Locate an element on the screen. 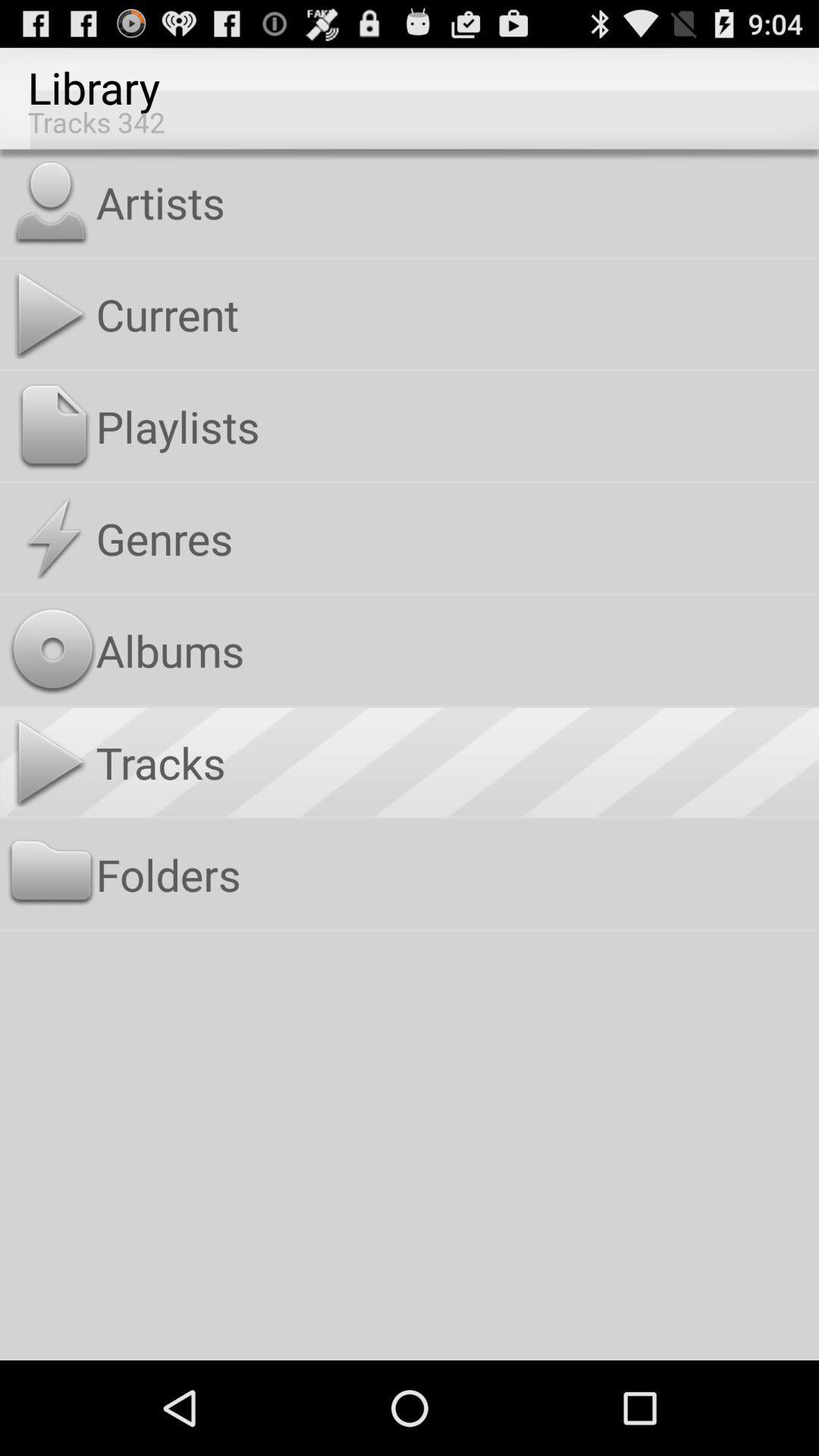 The image size is (819, 1456). current item is located at coordinates (453, 313).